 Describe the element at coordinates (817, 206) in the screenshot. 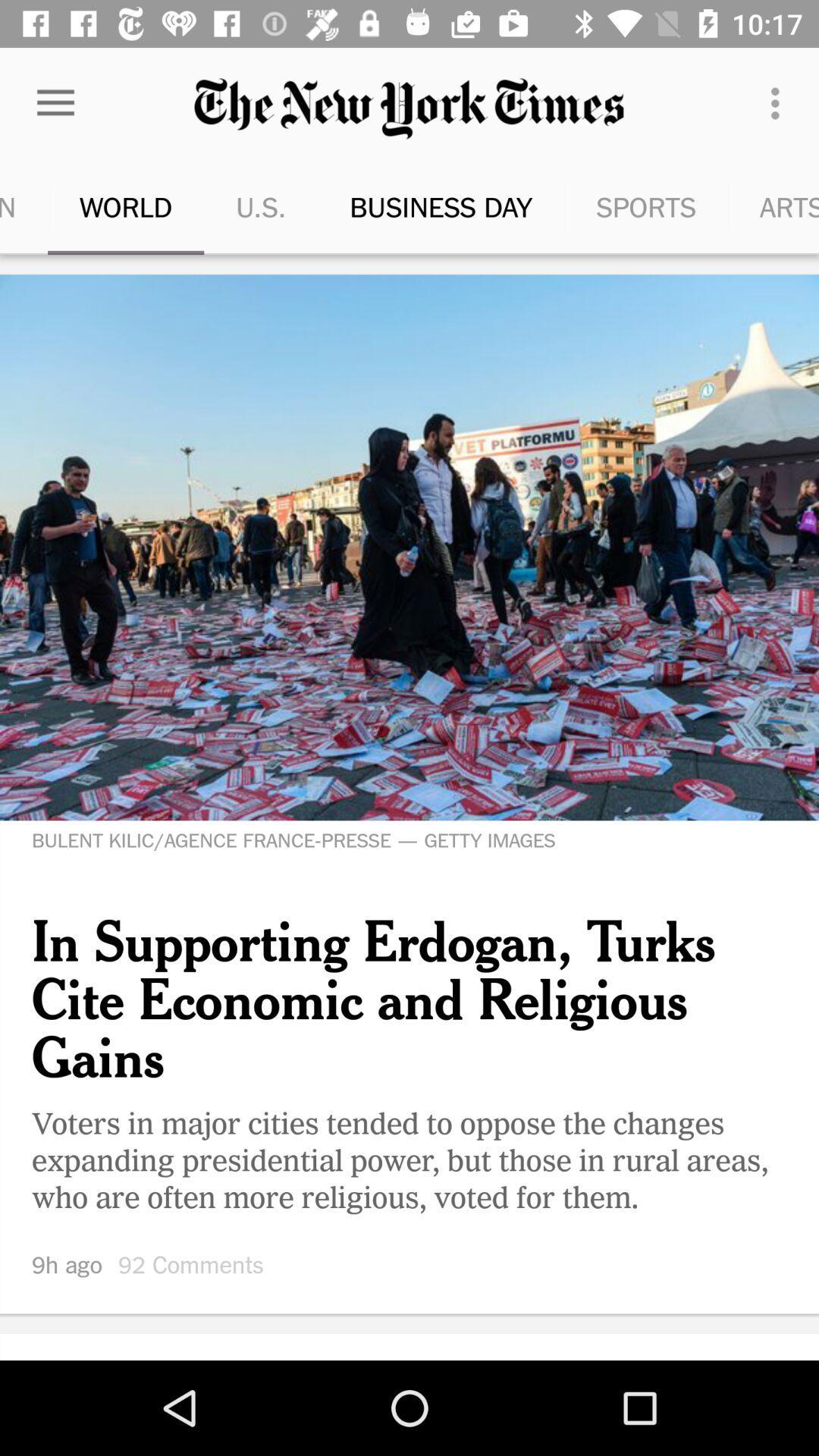

I see `new york item` at that location.